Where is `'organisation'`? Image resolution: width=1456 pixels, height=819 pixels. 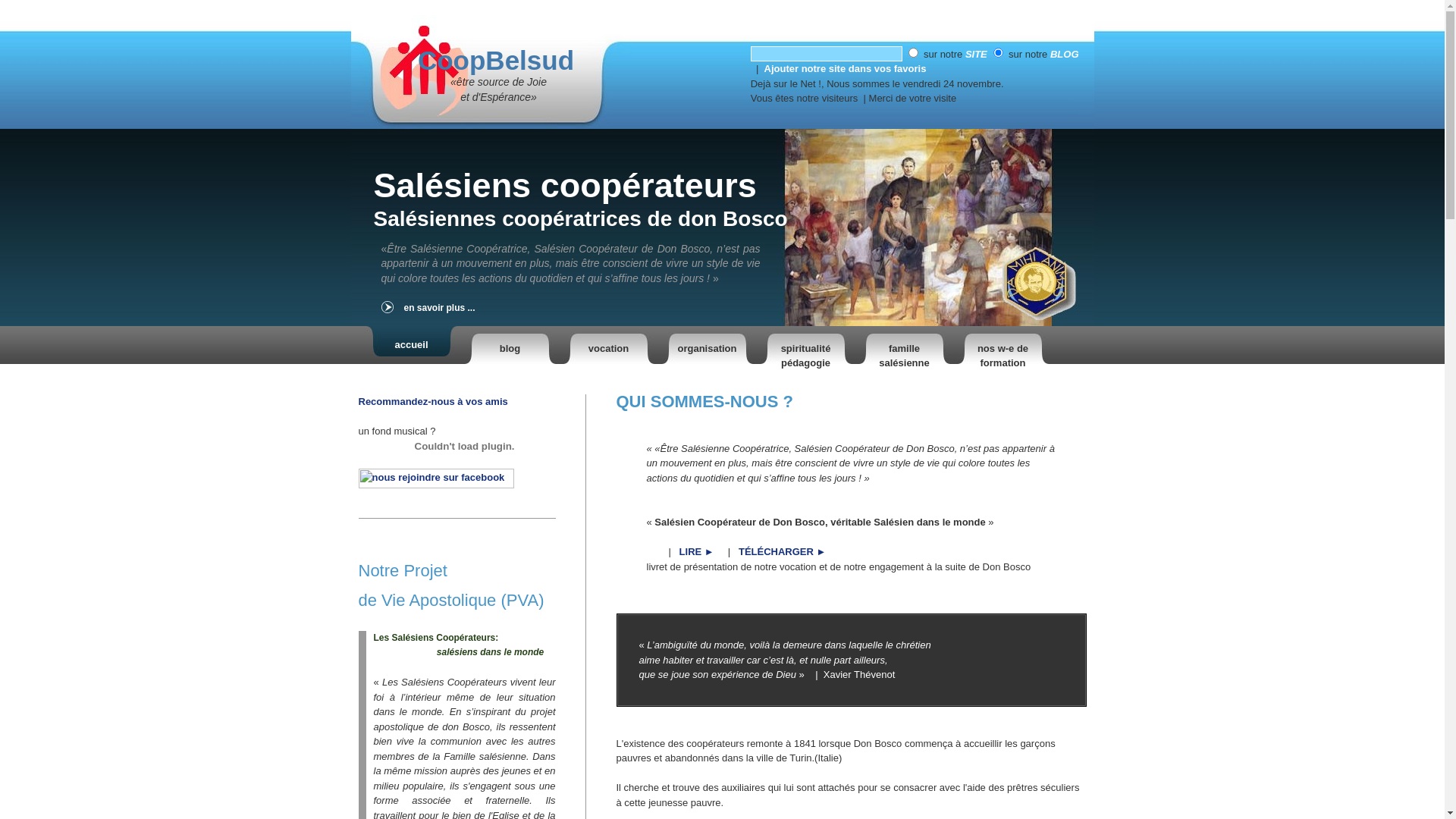 'organisation' is located at coordinates (661, 345).